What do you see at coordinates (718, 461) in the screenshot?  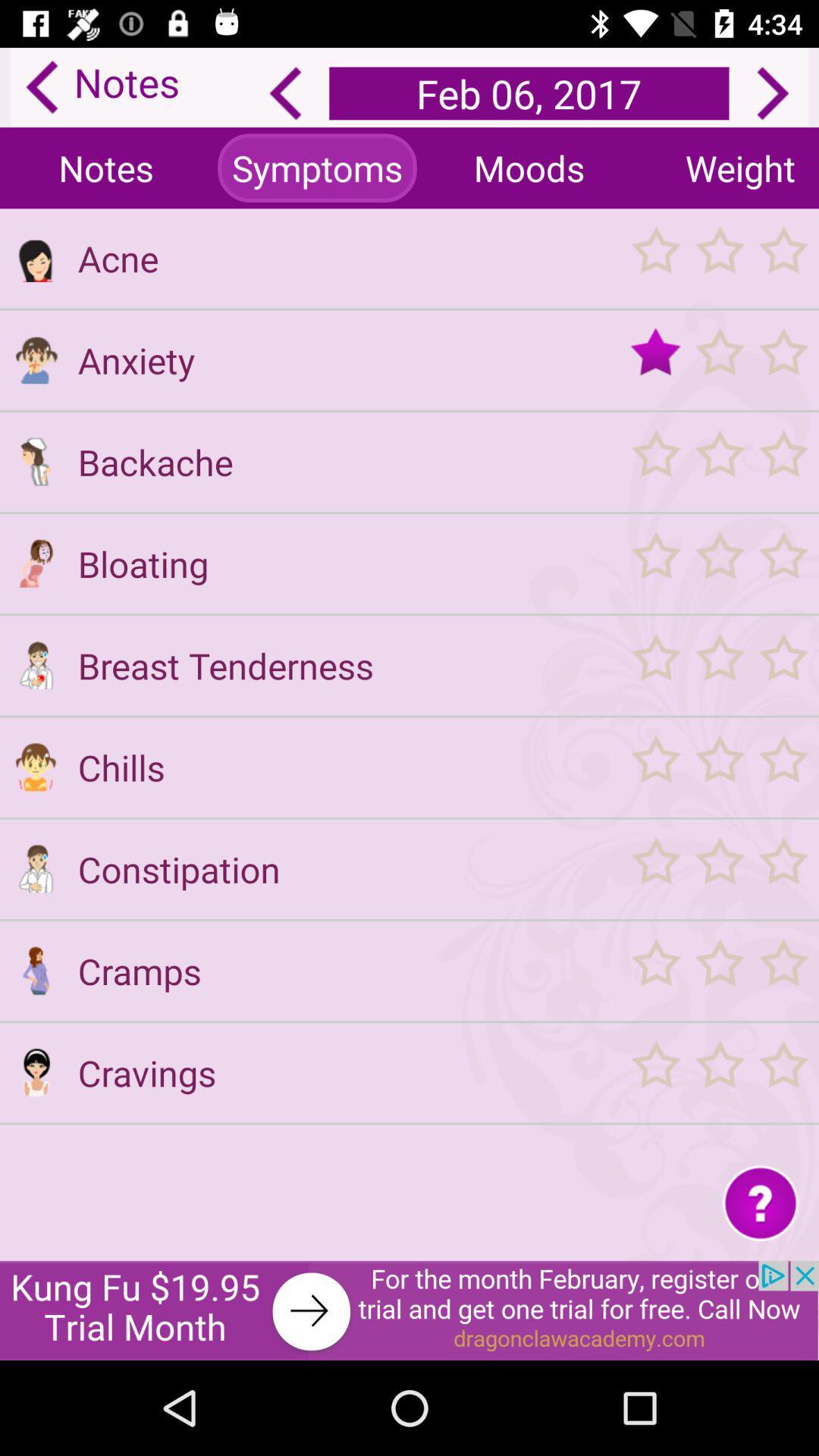 I see `rate daily symptom` at bounding box center [718, 461].